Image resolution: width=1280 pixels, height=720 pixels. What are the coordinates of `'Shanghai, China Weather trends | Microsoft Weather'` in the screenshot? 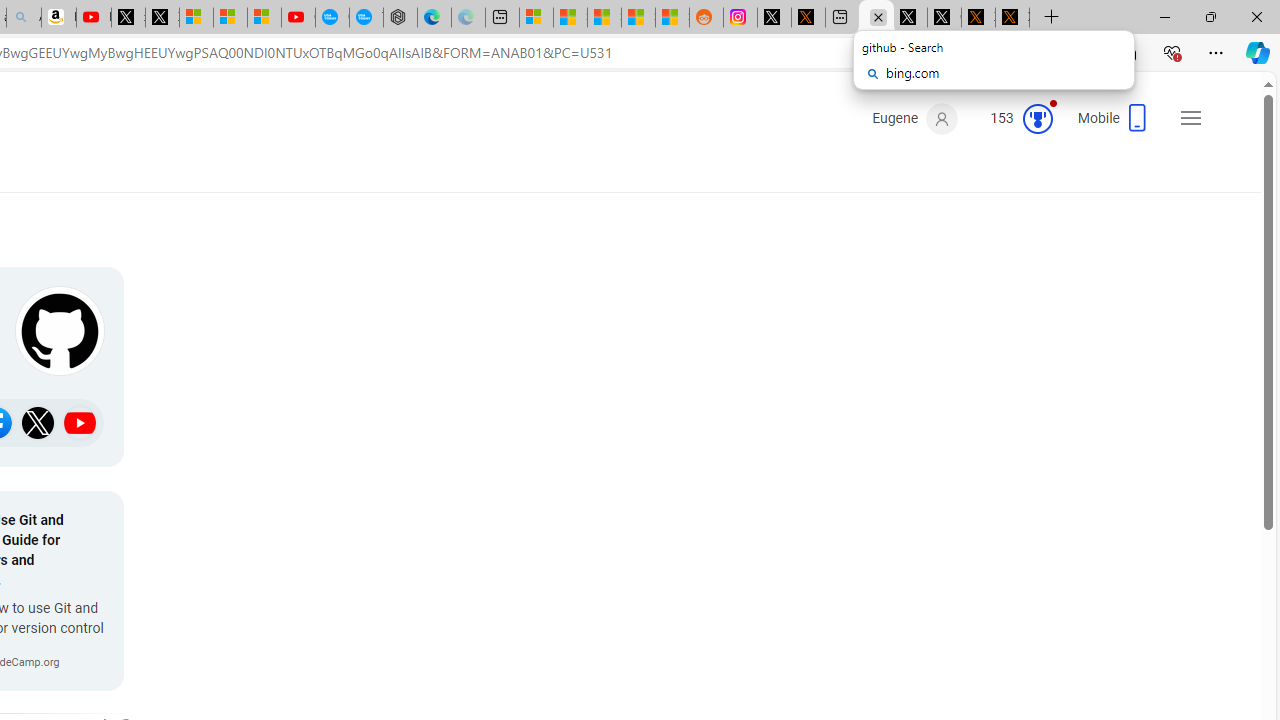 It's located at (672, 17).